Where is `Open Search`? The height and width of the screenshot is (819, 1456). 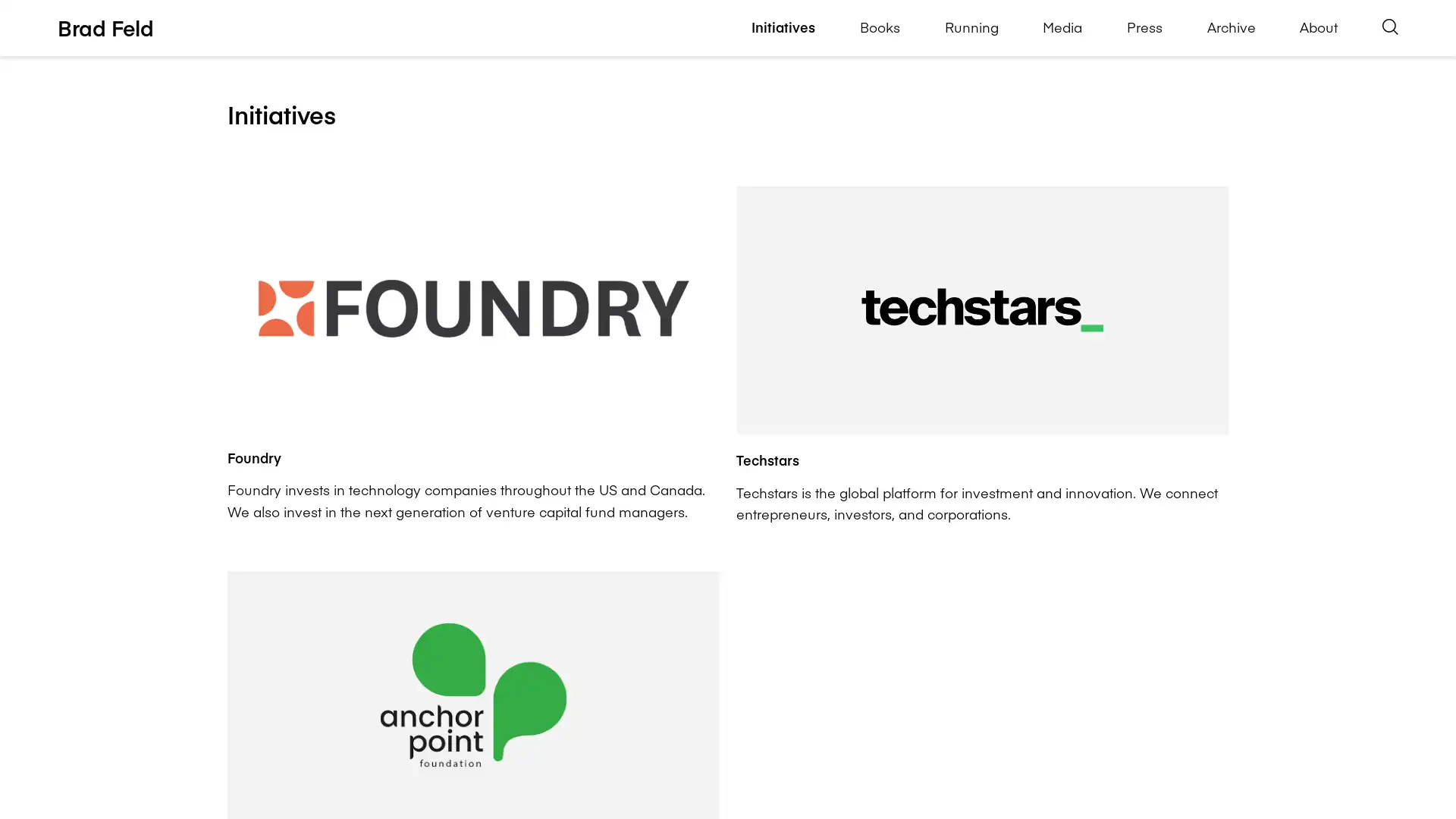
Open Search is located at coordinates (1390, 27).